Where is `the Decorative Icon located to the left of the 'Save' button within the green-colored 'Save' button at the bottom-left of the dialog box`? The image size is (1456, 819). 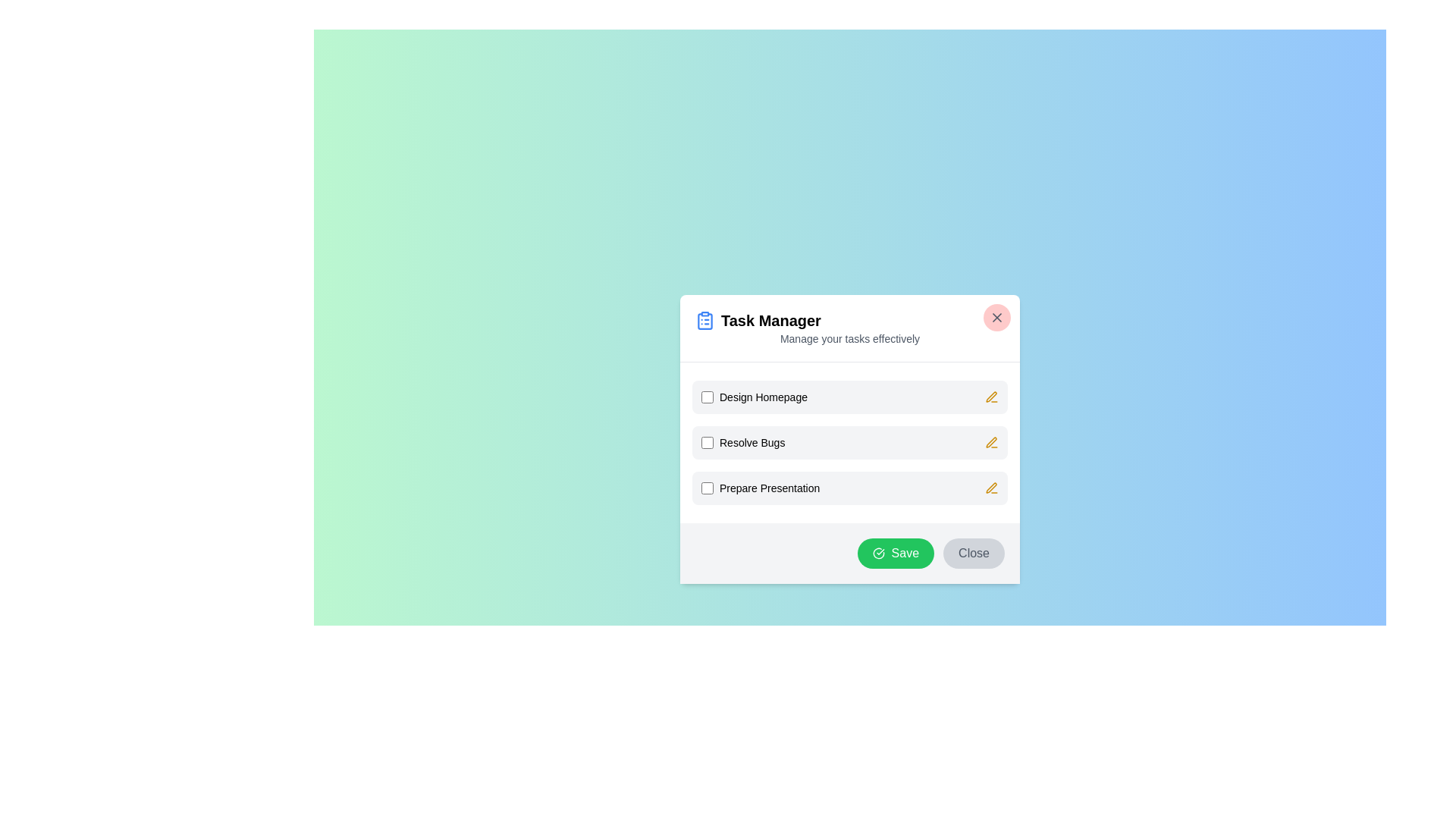
the Decorative Icon located to the left of the 'Save' button within the green-colored 'Save' button at the bottom-left of the dialog box is located at coordinates (879, 554).